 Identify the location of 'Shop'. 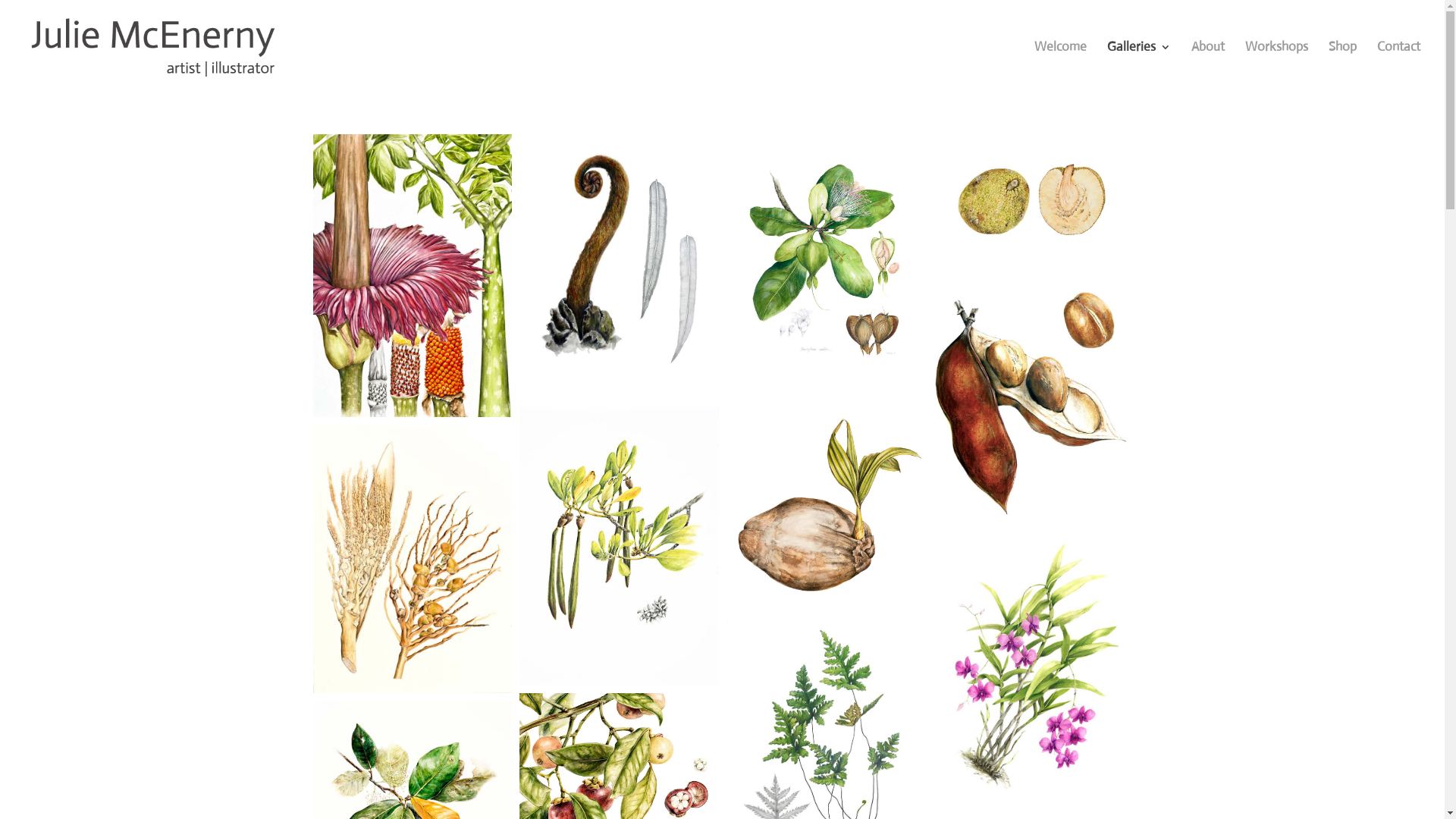
(1342, 67).